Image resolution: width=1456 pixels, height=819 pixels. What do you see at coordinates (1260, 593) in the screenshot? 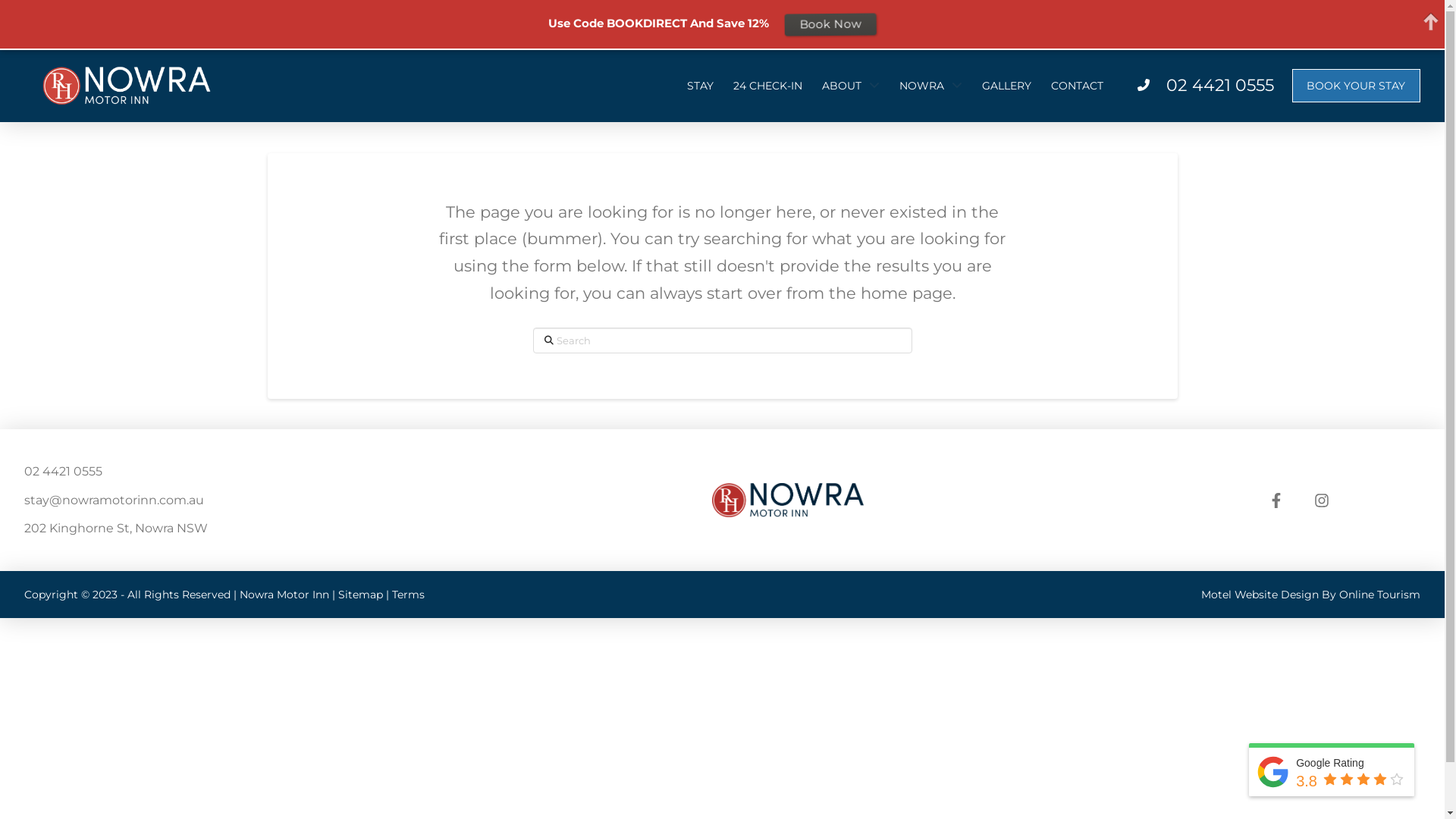
I see `'Motel Website Design'` at bounding box center [1260, 593].